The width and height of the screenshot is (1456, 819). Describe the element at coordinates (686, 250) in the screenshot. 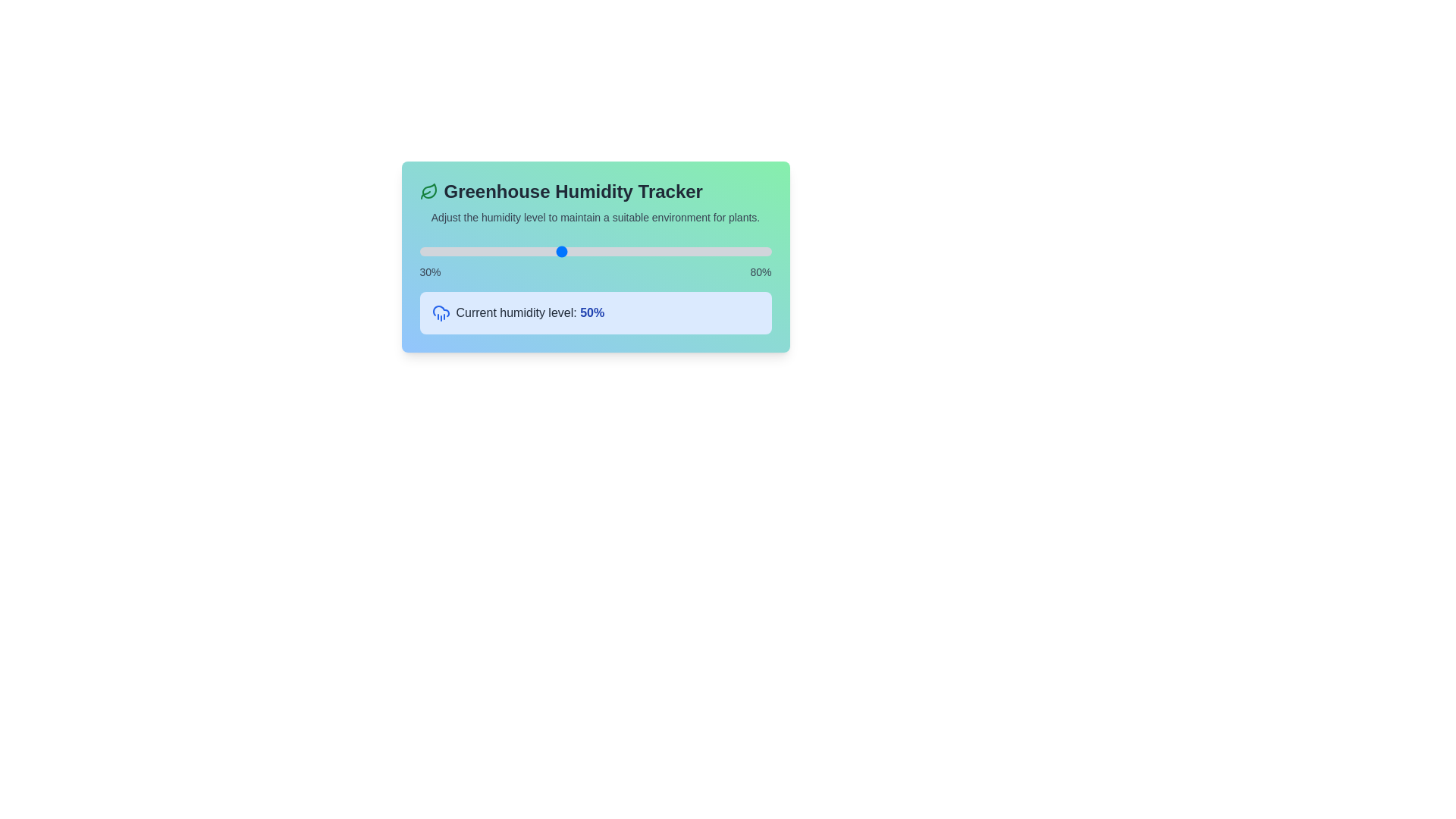

I see `the humidity level to 68% using the slider` at that location.